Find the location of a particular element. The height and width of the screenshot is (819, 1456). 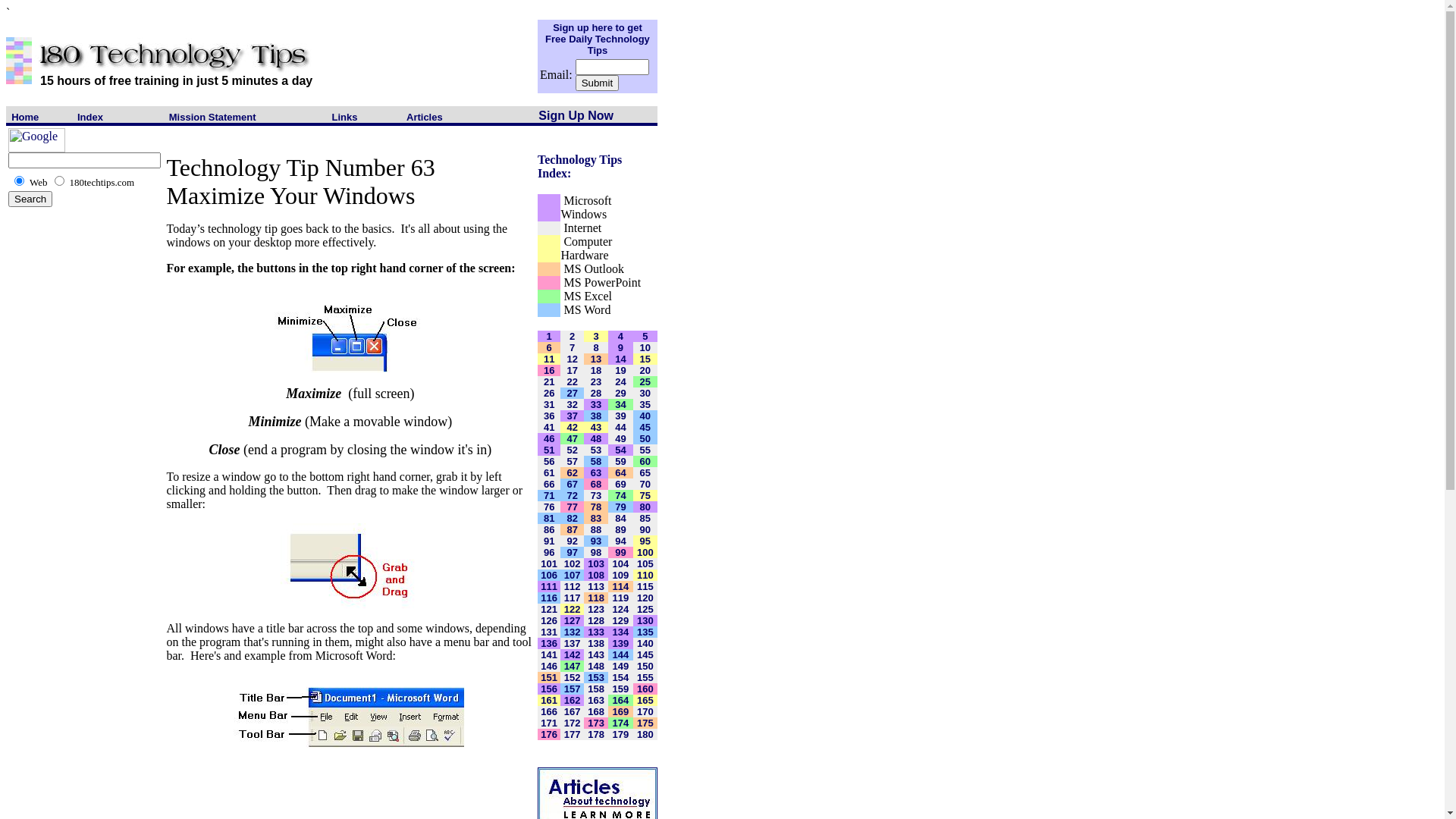

'105' is located at coordinates (645, 563).